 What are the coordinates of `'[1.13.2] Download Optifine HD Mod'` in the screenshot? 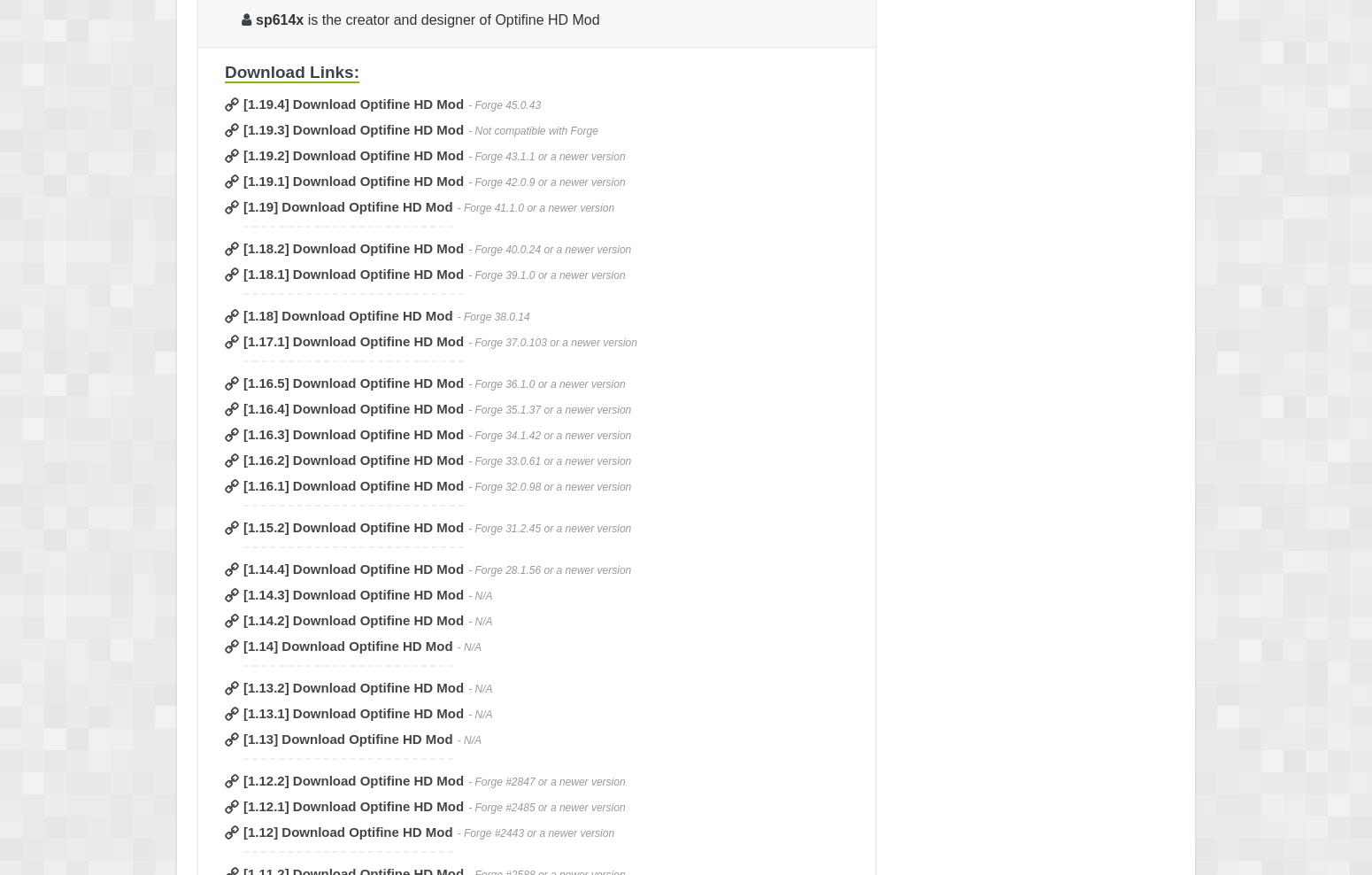 It's located at (353, 686).